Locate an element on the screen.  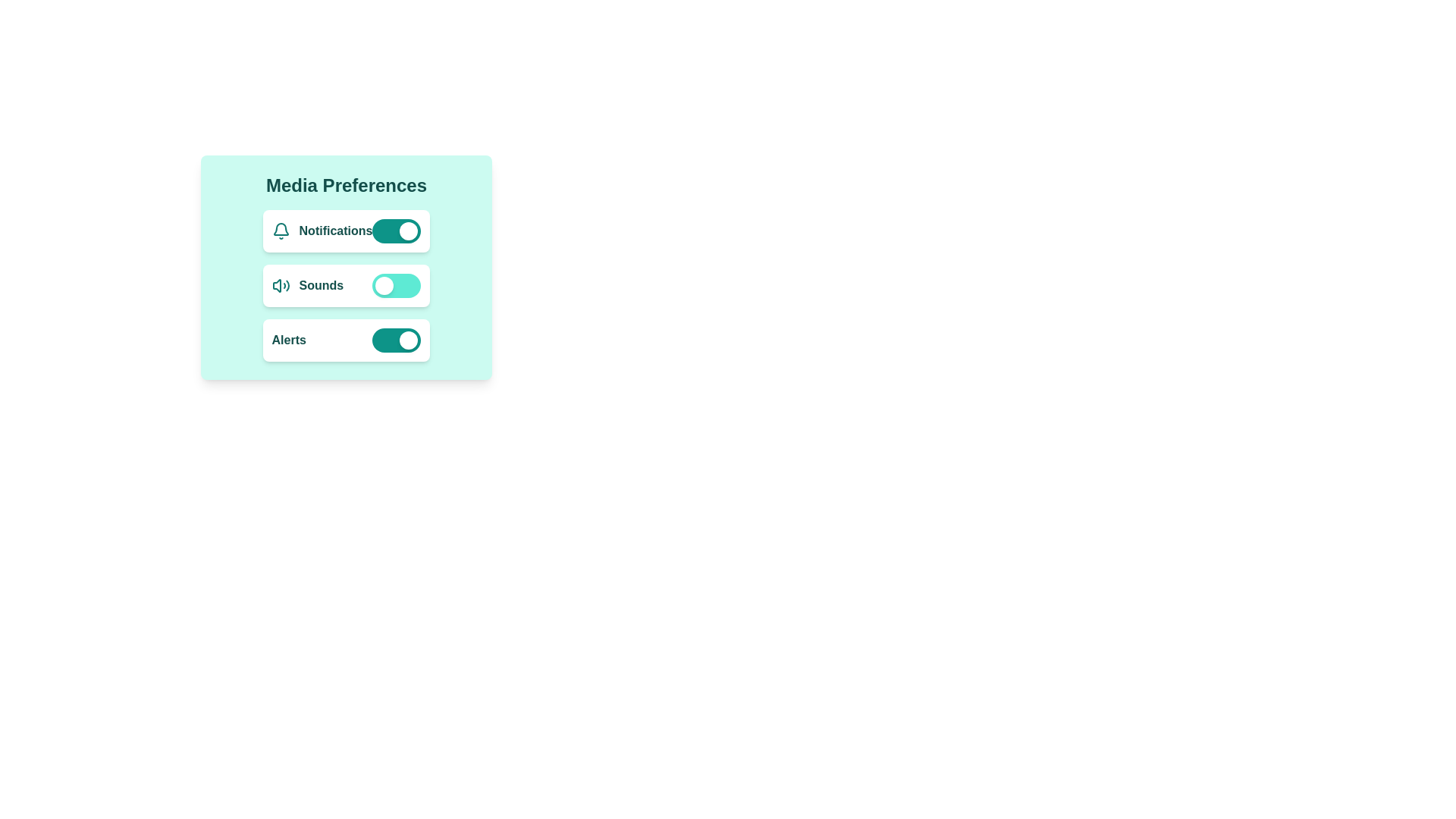
the sound settings icon located in the 'Sounds' row, which is the first item in a horizontal arrangement between the text label 'Sounds' and its toggle switch is located at coordinates (281, 286).